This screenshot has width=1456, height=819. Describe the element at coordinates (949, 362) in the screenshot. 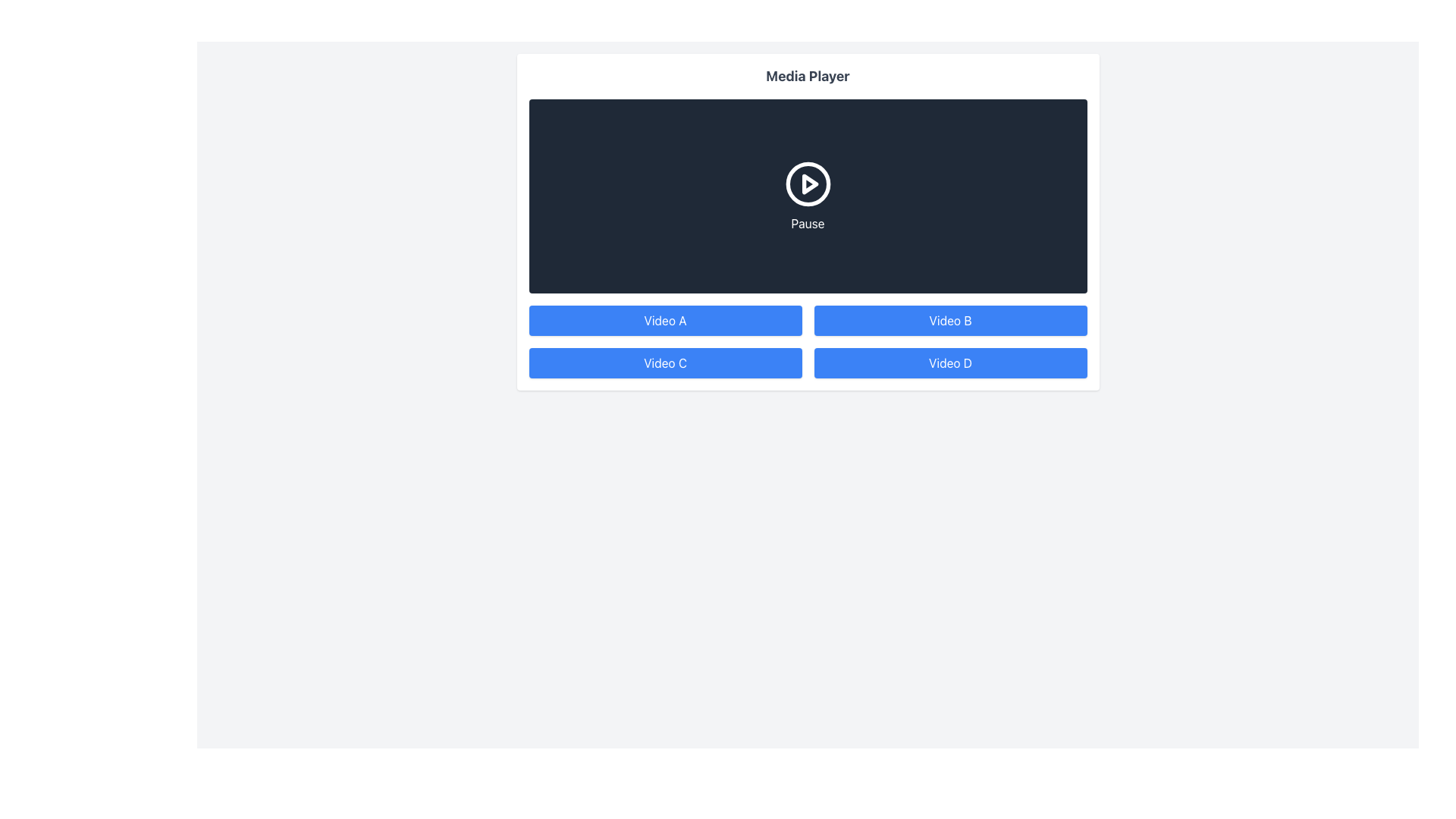

I see `the rectangular button labeled 'Video D'` at that location.